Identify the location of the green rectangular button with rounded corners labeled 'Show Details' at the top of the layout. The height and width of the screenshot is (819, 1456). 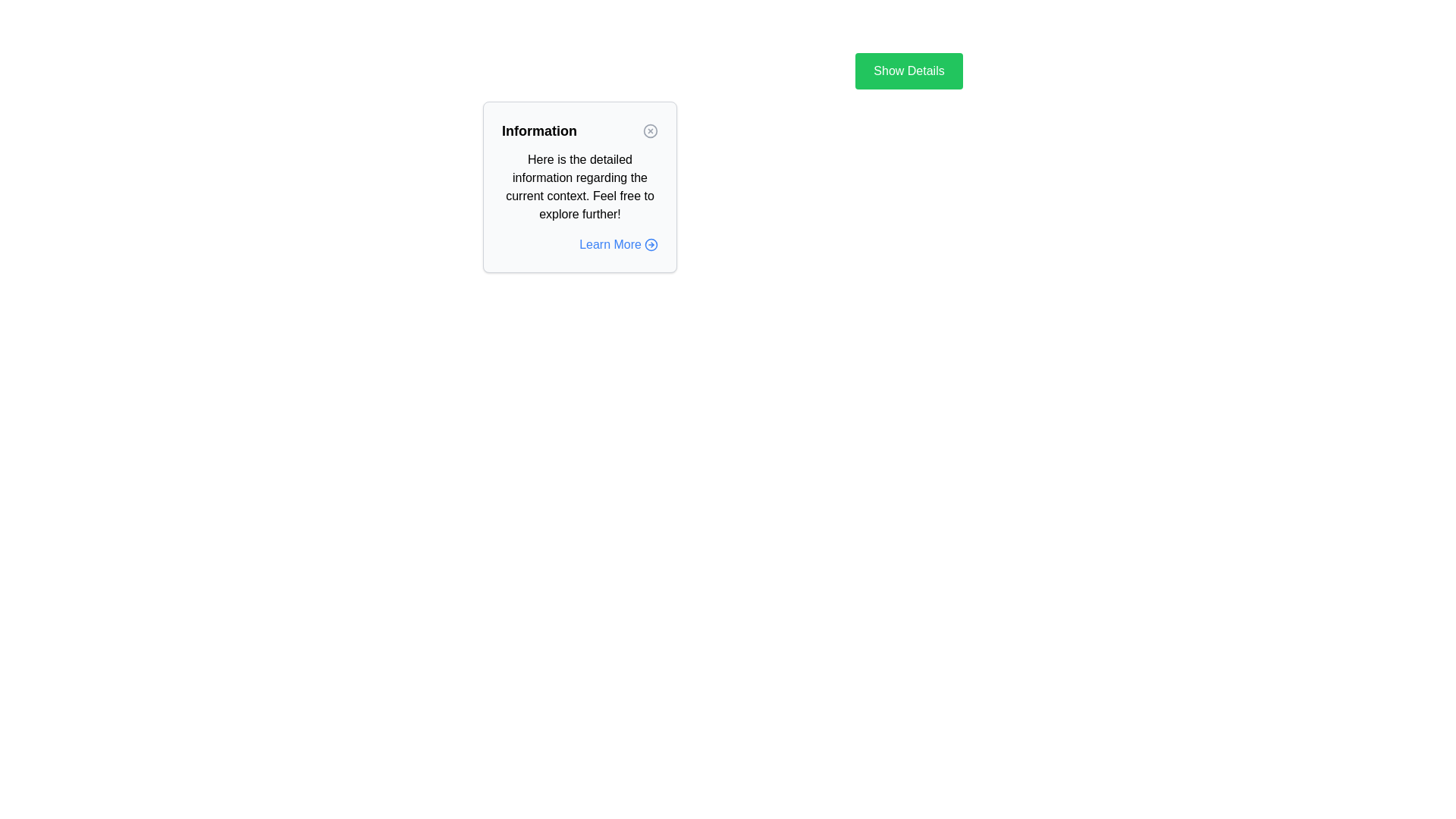
(909, 71).